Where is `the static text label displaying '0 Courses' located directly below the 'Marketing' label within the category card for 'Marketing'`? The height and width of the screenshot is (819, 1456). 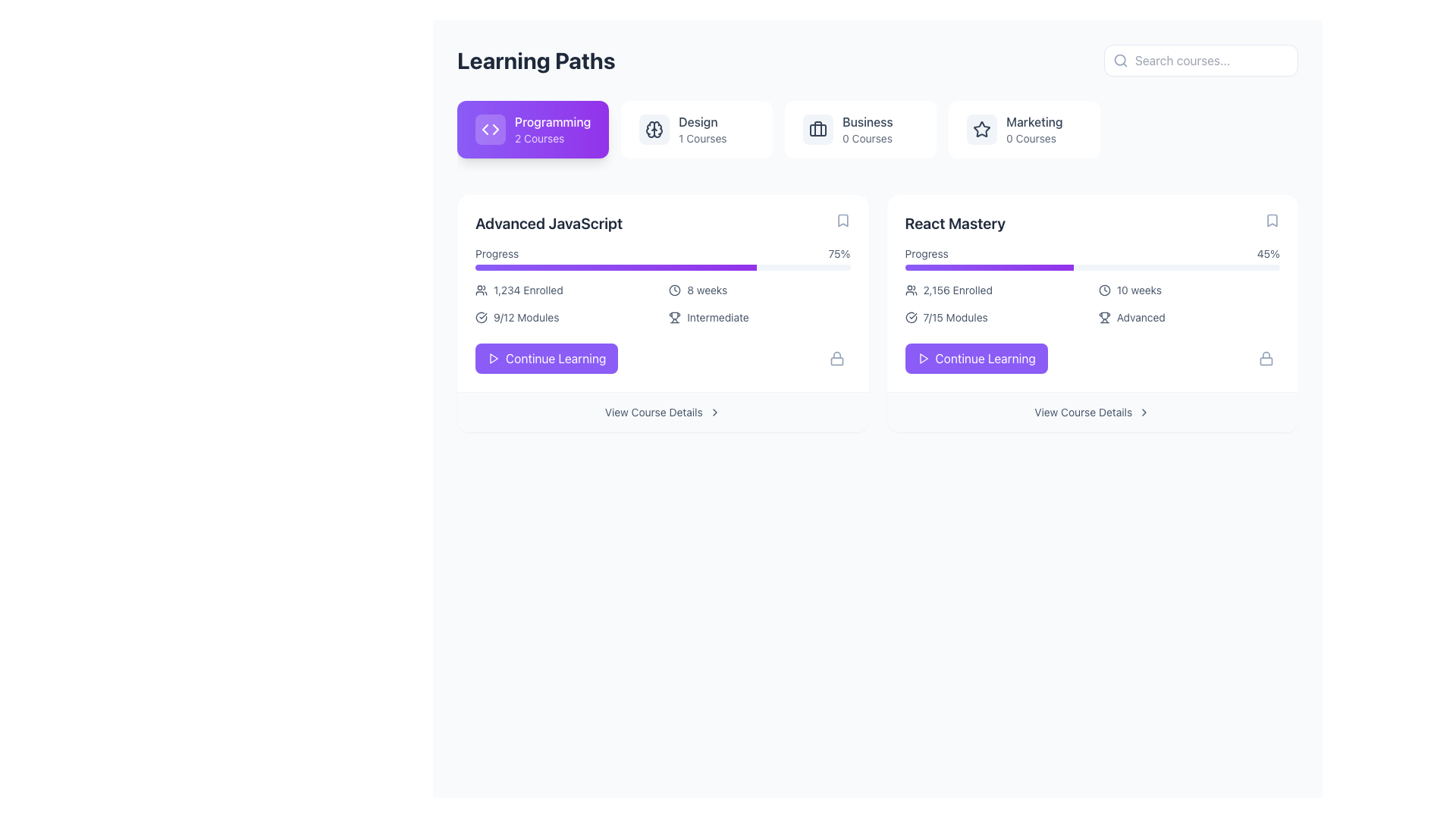 the static text label displaying '0 Courses' located directly below the 'Marketing' label within the category card for 'Marketing' is located at coordinates (1034, 138).